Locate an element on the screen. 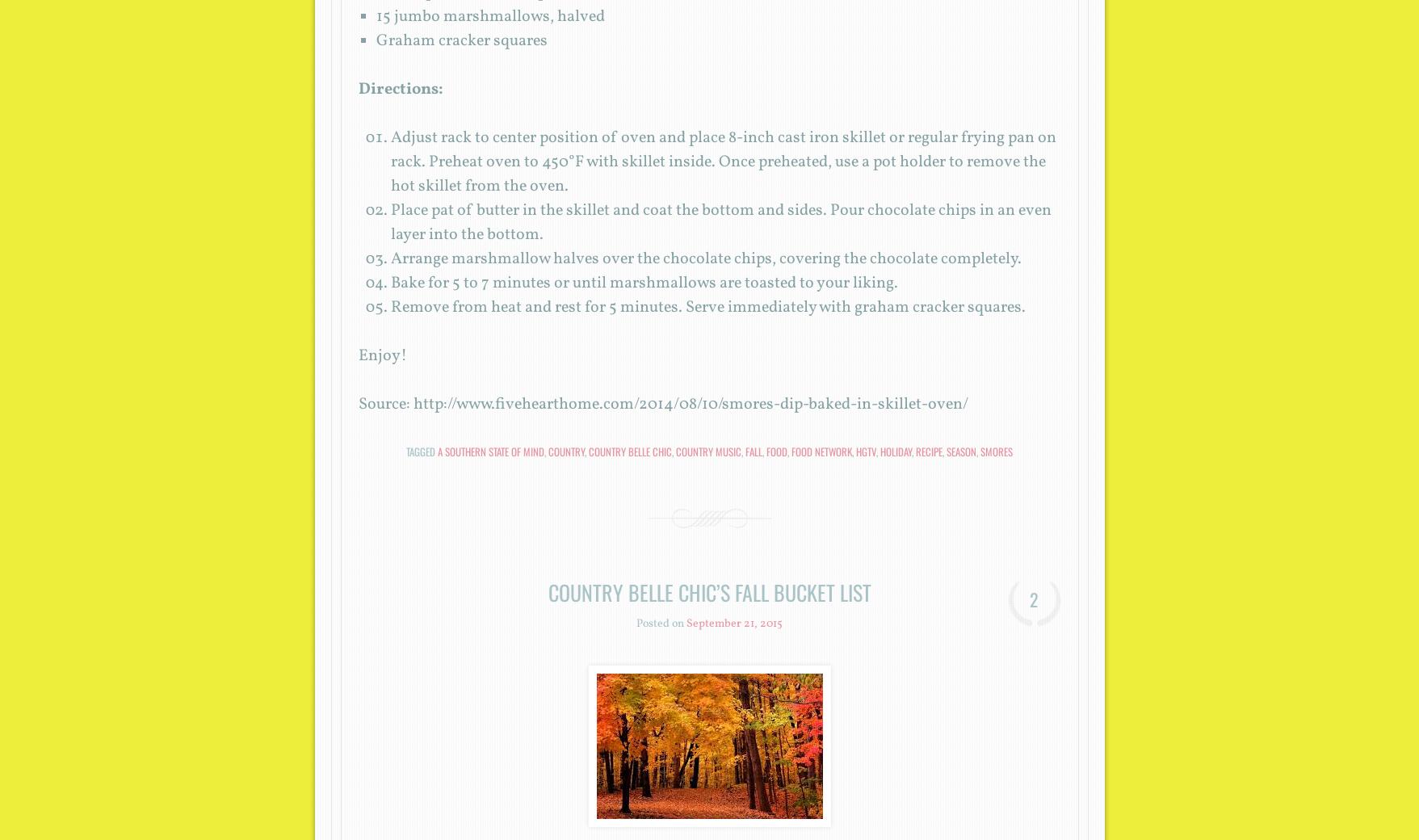  '15 jumbo marshmallows, halved' is located at coordinates (489, 16).